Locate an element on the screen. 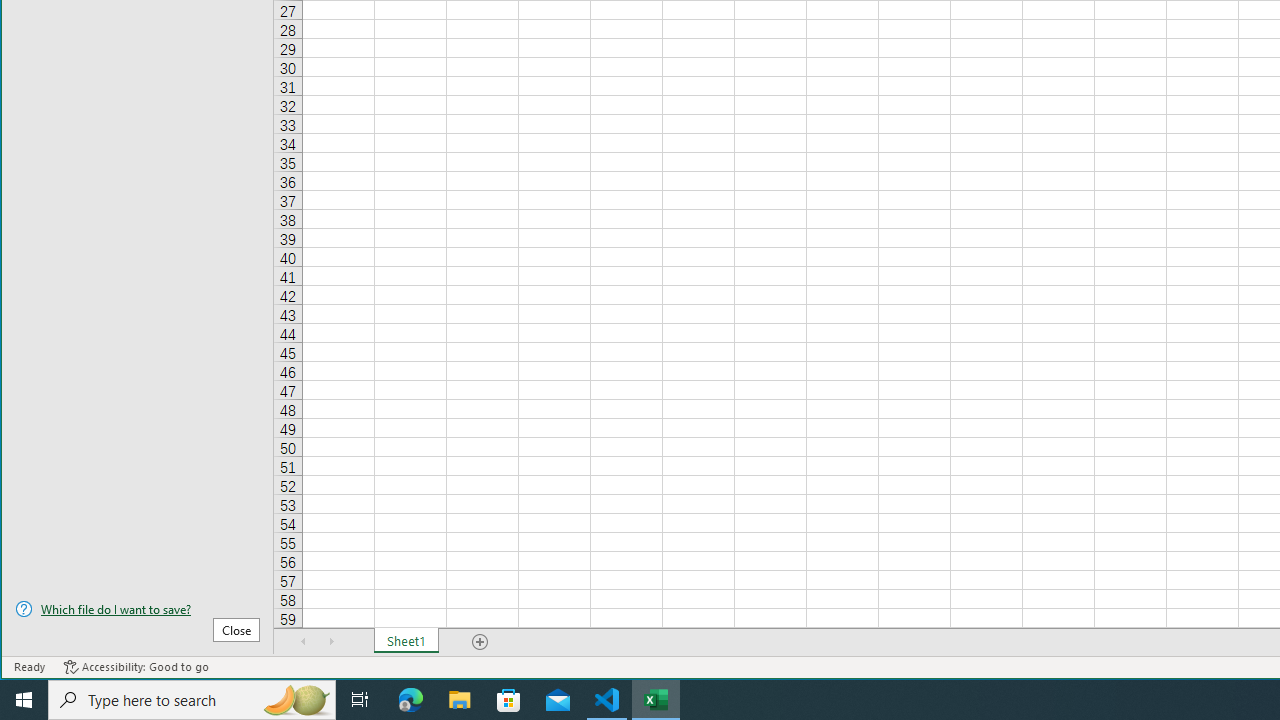 The height and width of the screenshot is (720, 1280). 'Microsoft Store' is located at coordinates (509, 698).